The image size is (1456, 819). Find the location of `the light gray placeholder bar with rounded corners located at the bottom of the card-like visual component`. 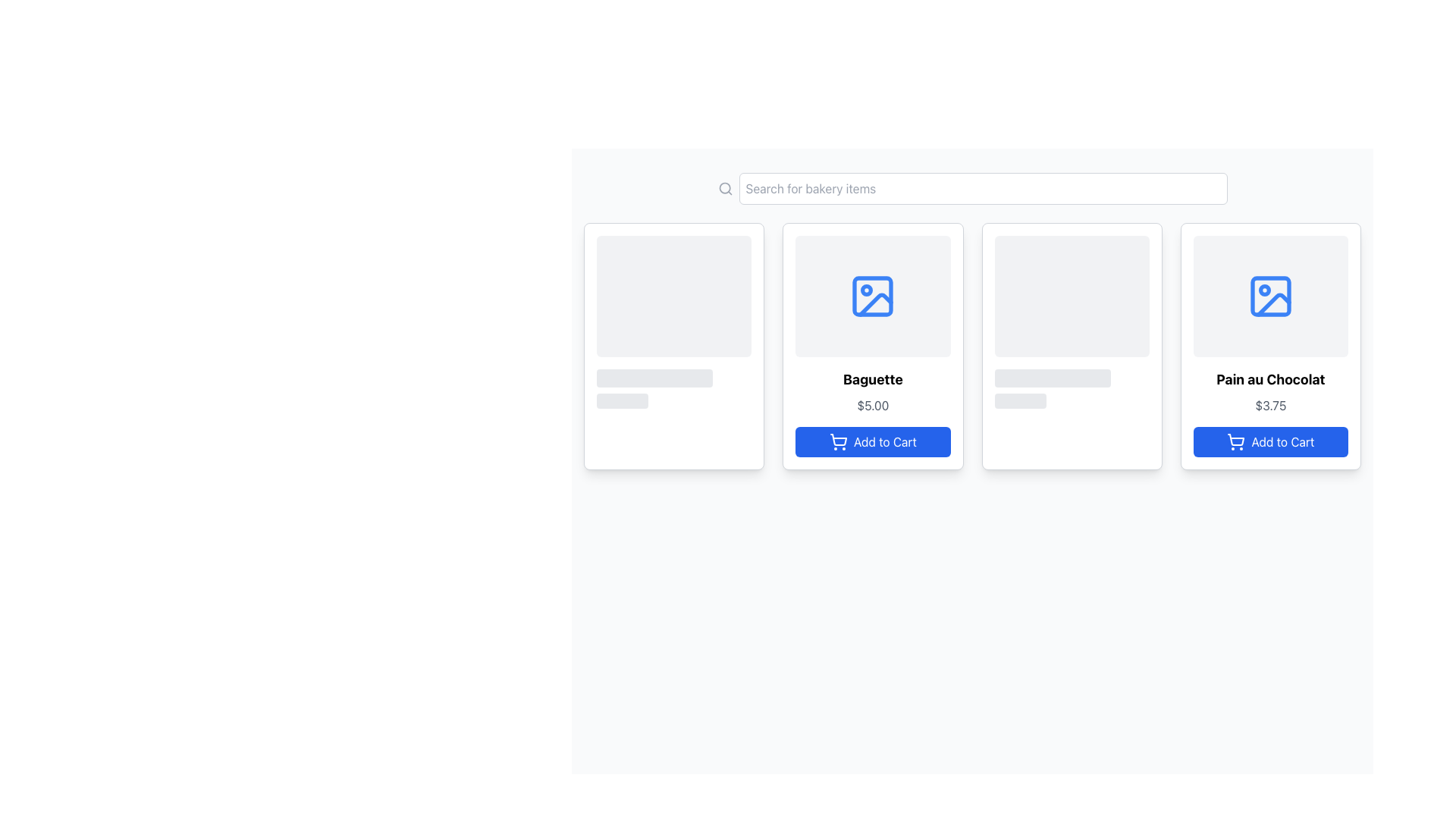

the light gray placeholder bar with rounded corners located at the bottom of the card-like visual component is located at coordinates (1020, 400).